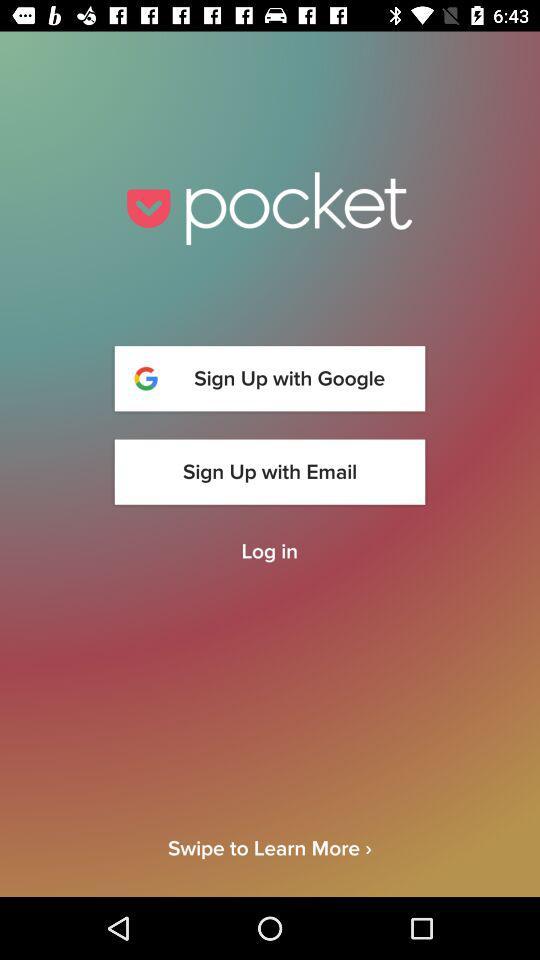 The image size is (540, 960). I want to click on swipe to learn item, so click(270, 865).